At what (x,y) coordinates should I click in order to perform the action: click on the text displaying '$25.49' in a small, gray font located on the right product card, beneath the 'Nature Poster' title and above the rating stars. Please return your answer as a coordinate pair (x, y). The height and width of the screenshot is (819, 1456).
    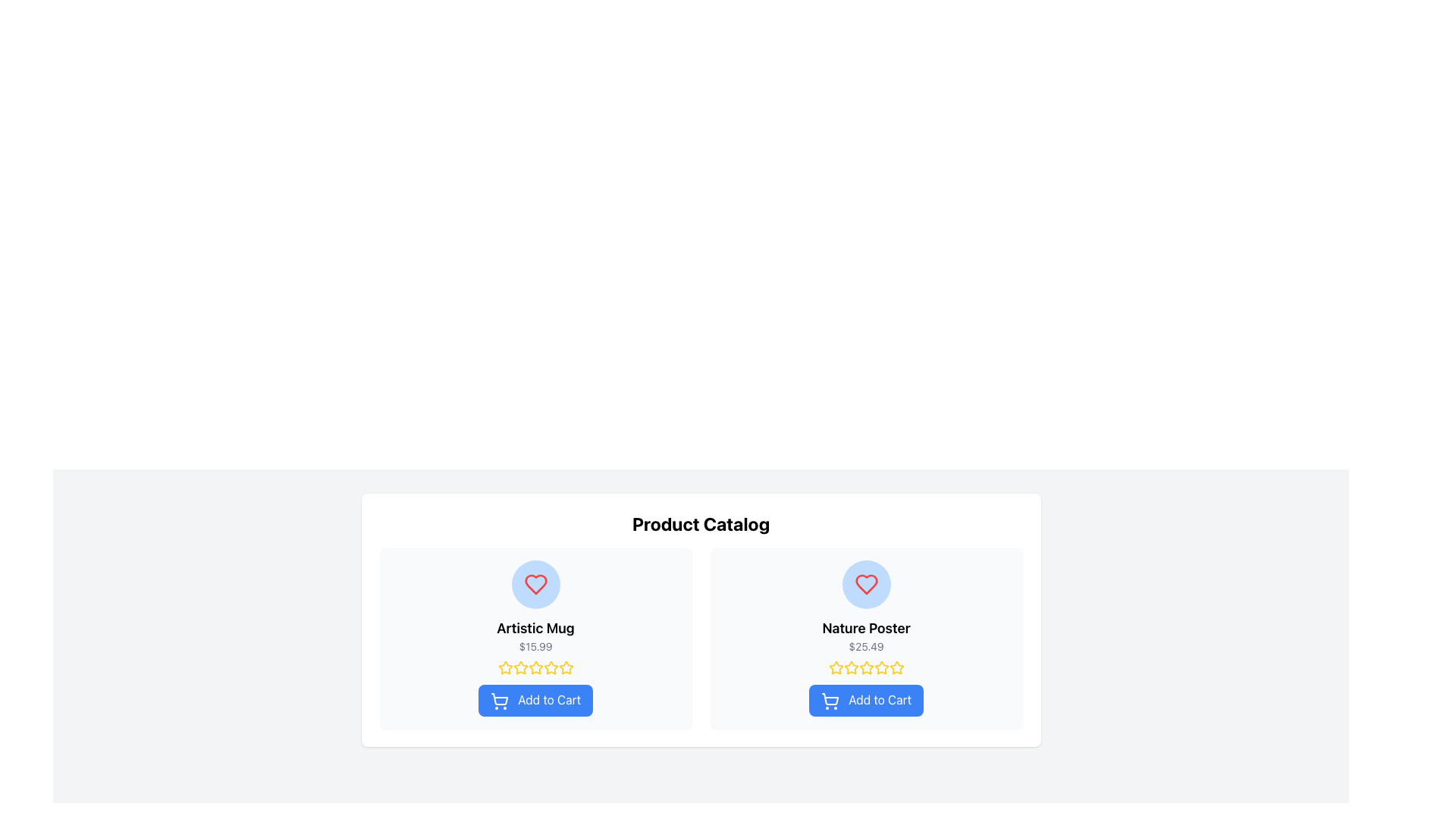
    Looking at the image, I should click on (866, 646).